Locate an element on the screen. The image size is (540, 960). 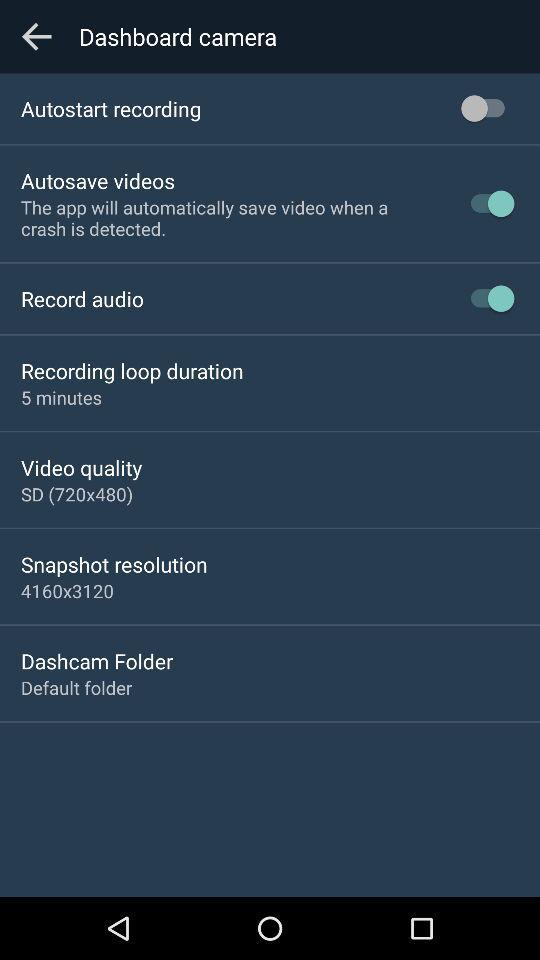
the dashcam folder icon is located at coordinates (96, 661).